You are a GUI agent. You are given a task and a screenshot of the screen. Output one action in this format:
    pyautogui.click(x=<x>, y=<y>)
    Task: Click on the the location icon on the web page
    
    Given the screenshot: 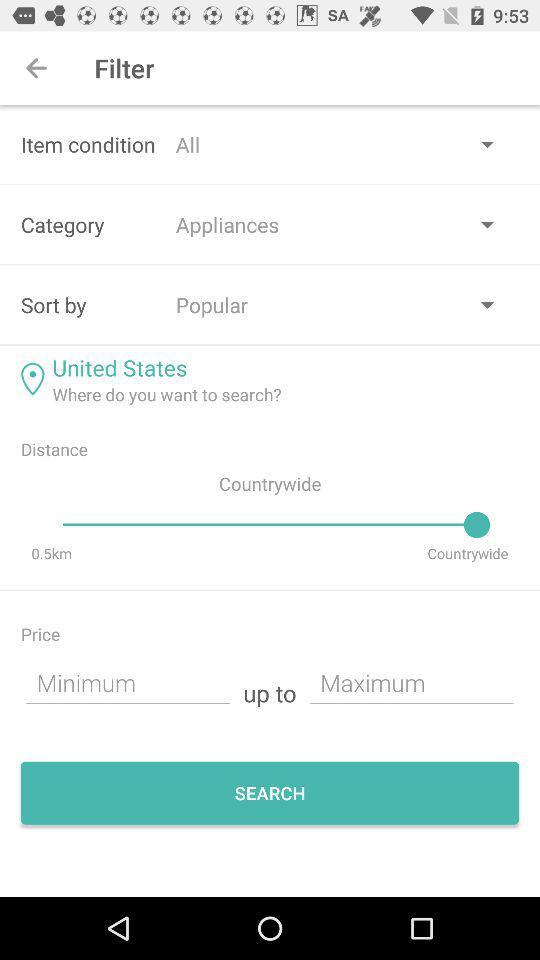 What is the action you would take?
    pyautogui.click(x=31, y=378)
    